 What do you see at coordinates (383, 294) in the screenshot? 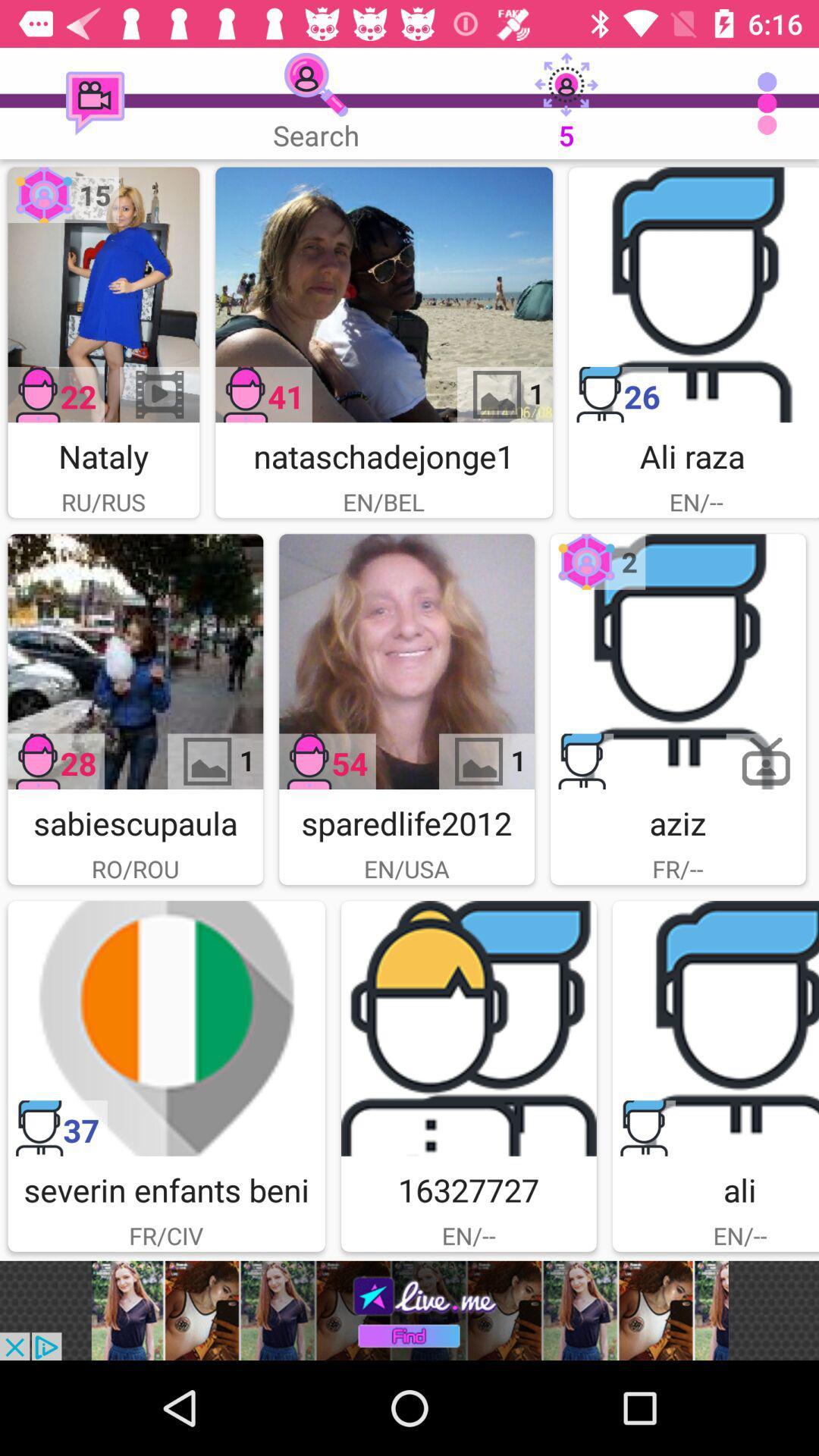
I see `open image` at bounding box center [383, 294].